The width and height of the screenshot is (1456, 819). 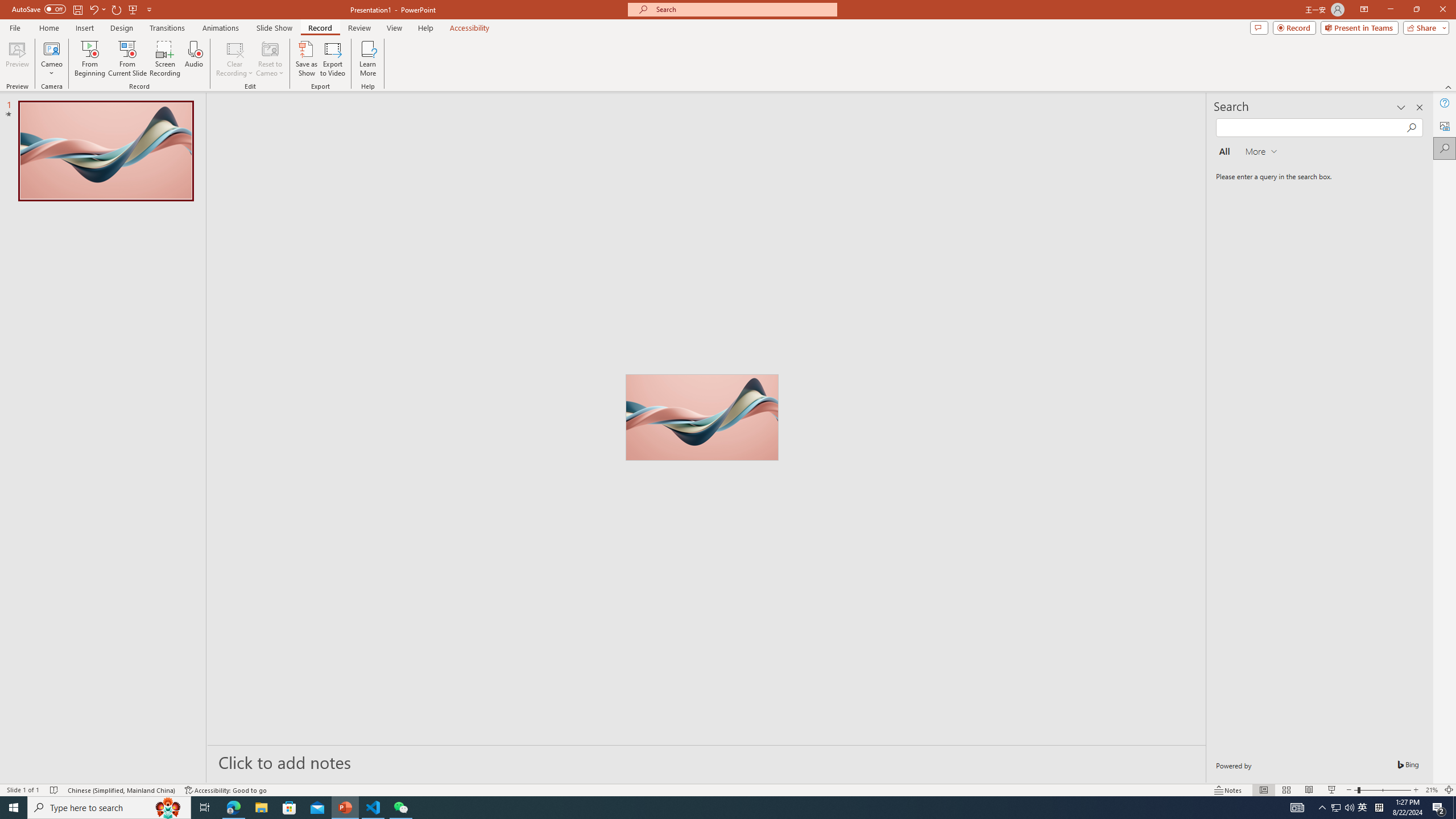 I want to click on 'Clear Recording', so click(x=234, y=59).